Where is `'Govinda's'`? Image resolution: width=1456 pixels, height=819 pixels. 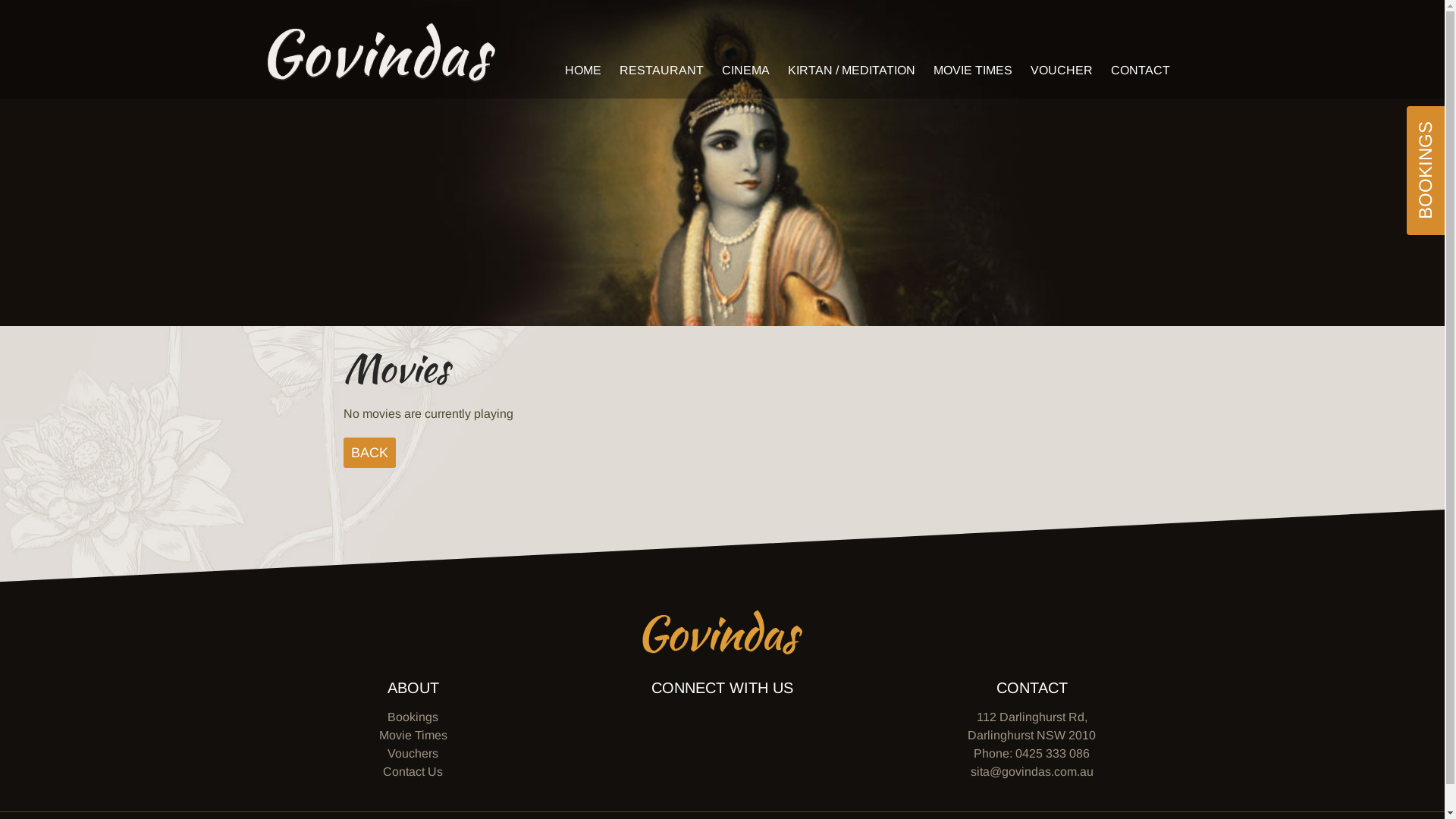
'Govinda's' is located at coordinates (381, 52).